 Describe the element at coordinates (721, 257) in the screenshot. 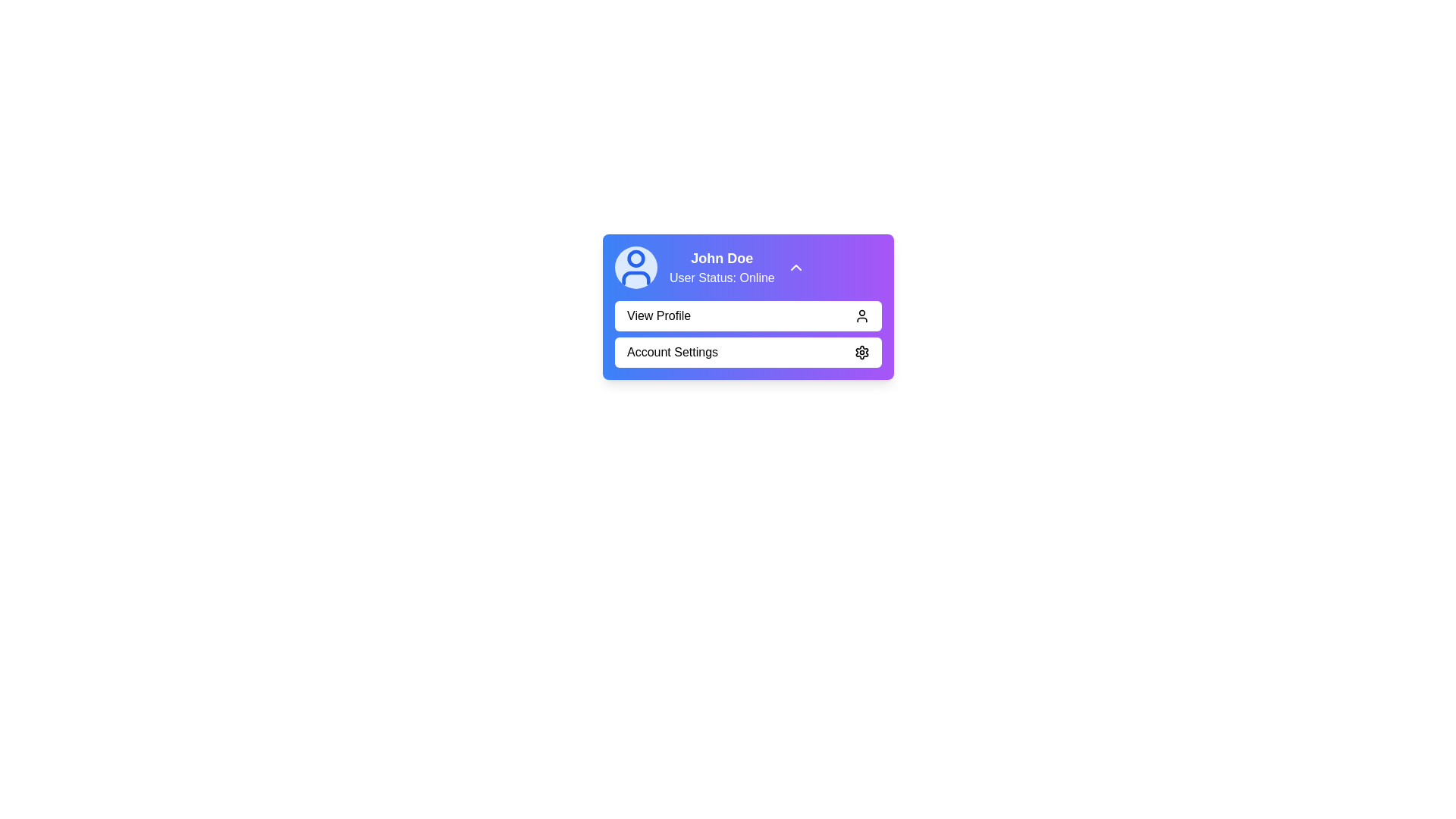

I see `the user's name text label located at the top-right section of the user profile card, which is positioned above the 'User Status: Online' text` at that location.